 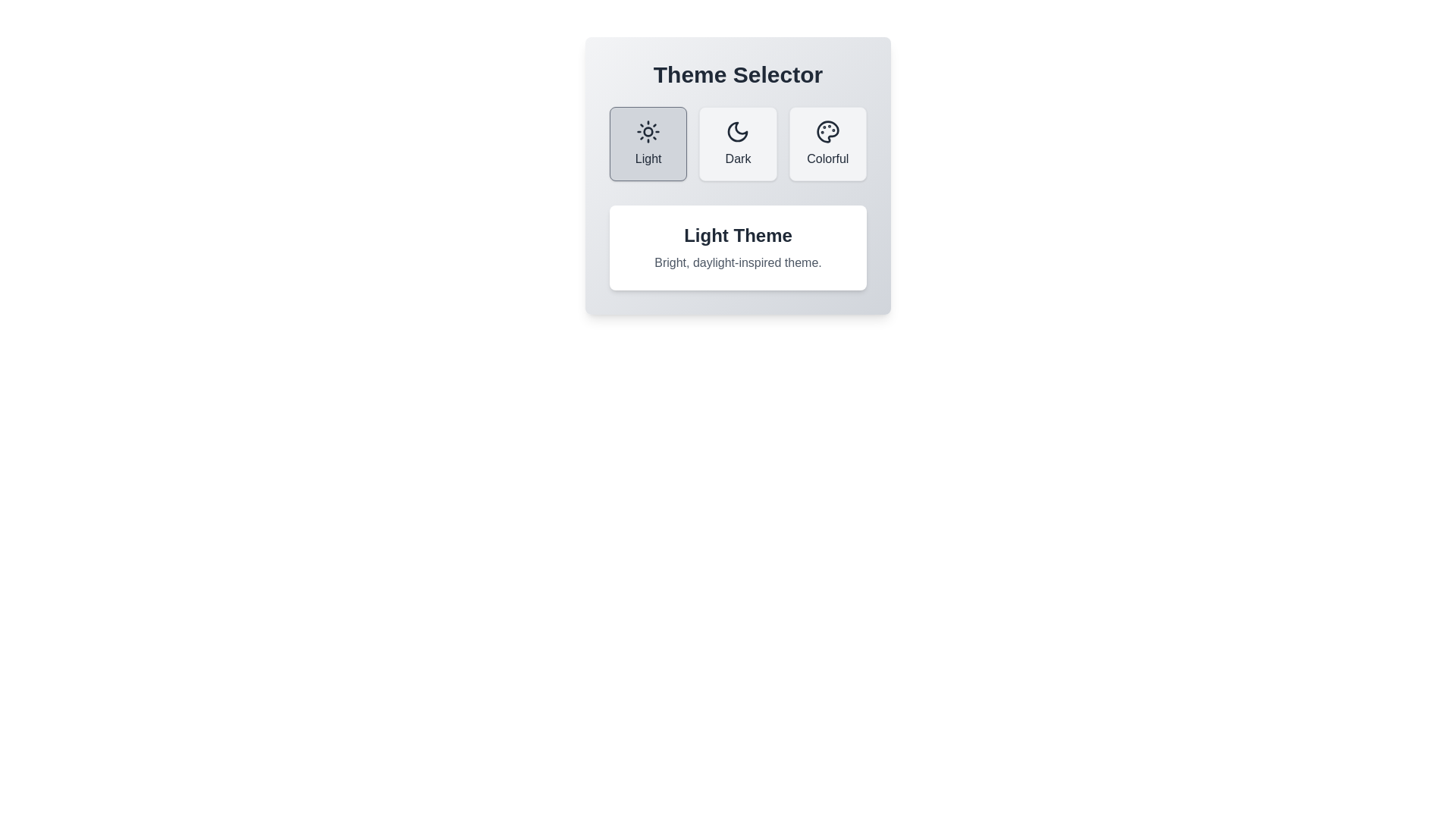 I want to click on the color palette icon in the theme selector, located at the top-right corner next to the 'Dark' theme button, so click(x=827, y=130).